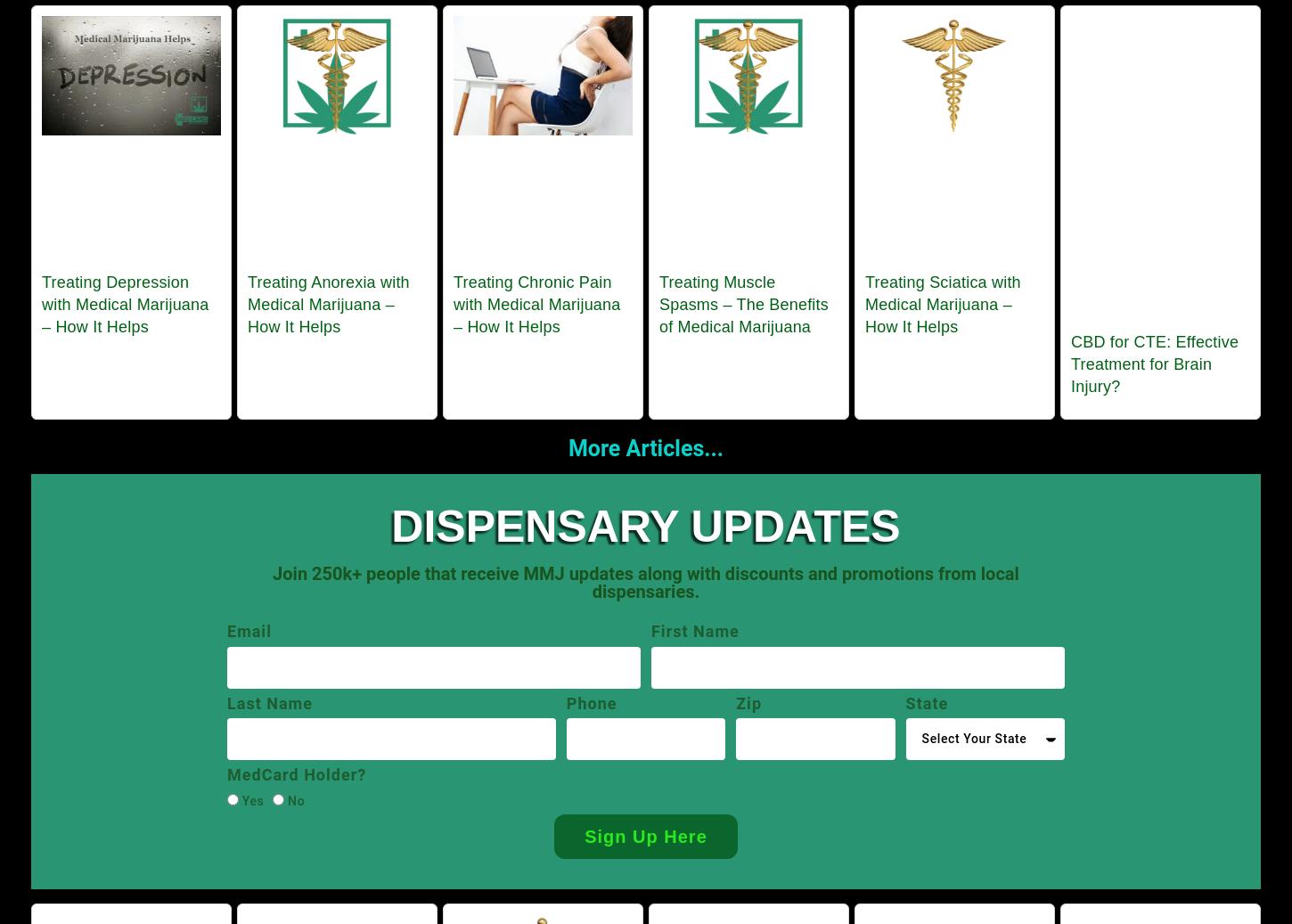 This screenshot has width=1292, height=924. Describe the element at coordinates (227, 702) in the screenshot. I see `'Last Name'` at that location.